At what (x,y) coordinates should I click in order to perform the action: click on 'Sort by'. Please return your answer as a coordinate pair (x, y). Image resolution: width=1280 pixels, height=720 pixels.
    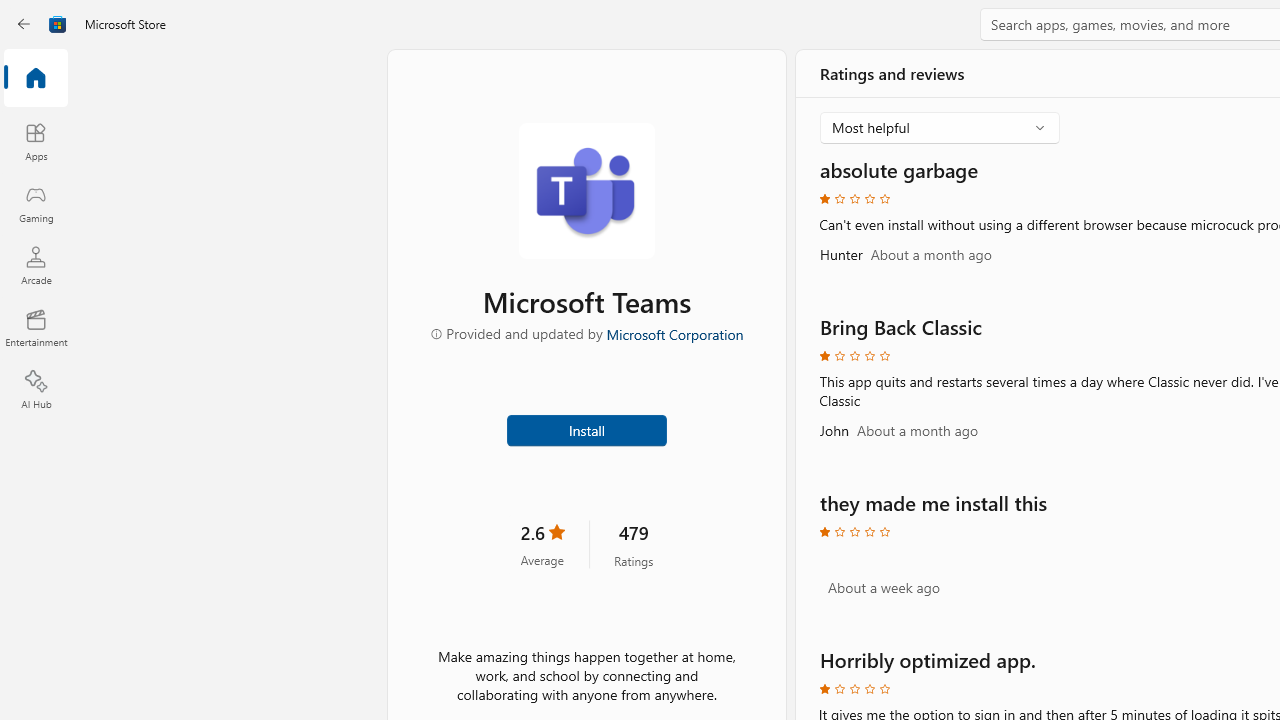
    Looking at the image, I should click on (939, 128).